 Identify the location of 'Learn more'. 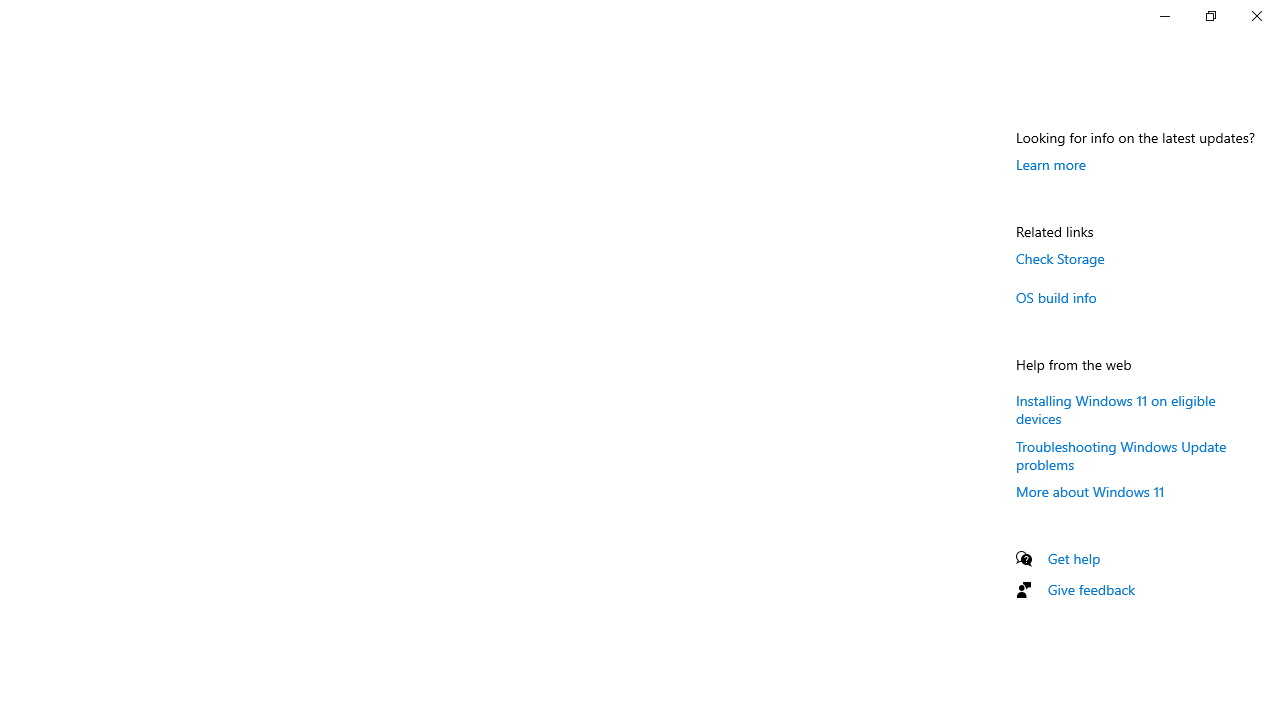
(1050, 163).